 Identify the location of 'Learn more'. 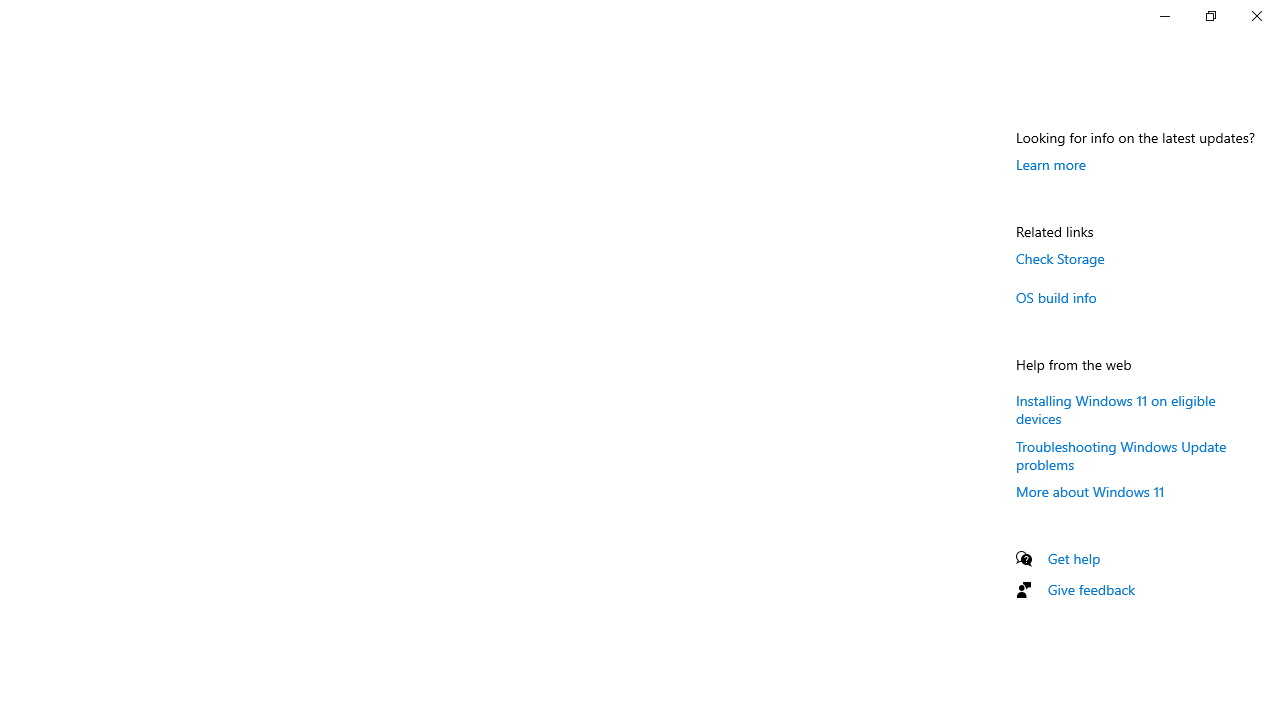
(1050, 163).